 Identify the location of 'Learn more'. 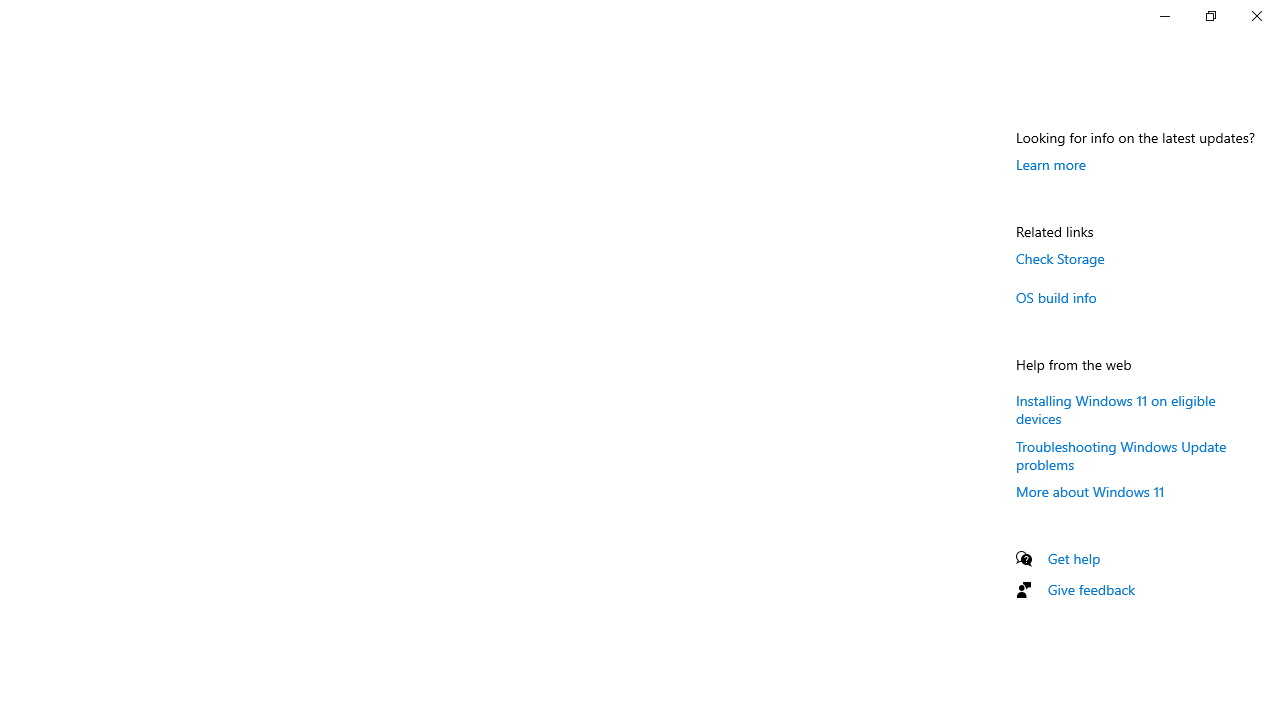
(1050, 163).